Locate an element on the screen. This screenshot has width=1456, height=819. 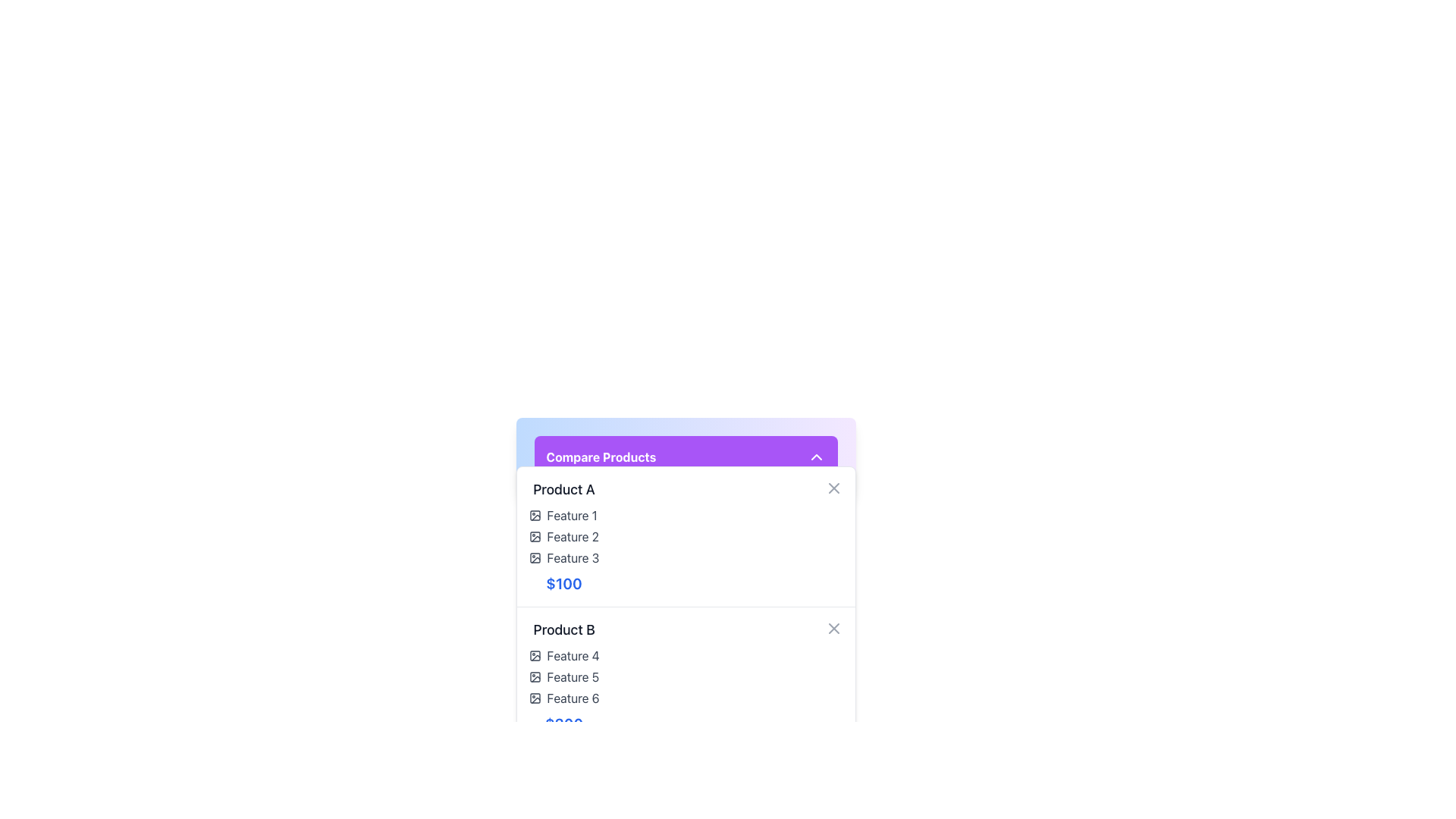
the icon representing a preview related to 'Feature 2' under the 'Product A' section in the 'Compare Products' interface is located at coordinates (535, 536).